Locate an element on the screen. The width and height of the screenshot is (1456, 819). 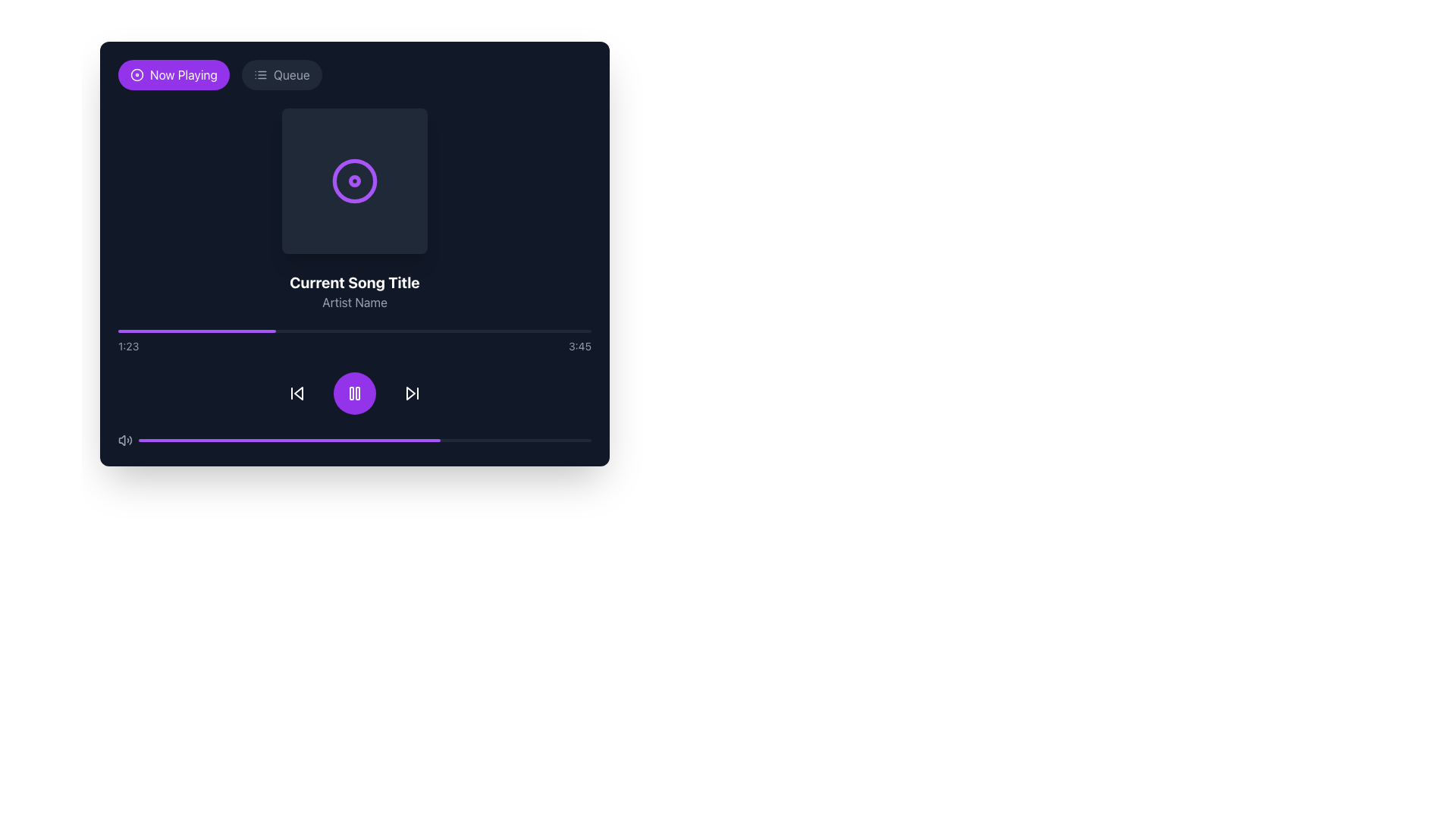
the left vertical bar of the pause icon button, which is a purple rectangular bar with rounded edges located centrally underneath the song title and artist name in the music interface is located at coordinates (351, 393).